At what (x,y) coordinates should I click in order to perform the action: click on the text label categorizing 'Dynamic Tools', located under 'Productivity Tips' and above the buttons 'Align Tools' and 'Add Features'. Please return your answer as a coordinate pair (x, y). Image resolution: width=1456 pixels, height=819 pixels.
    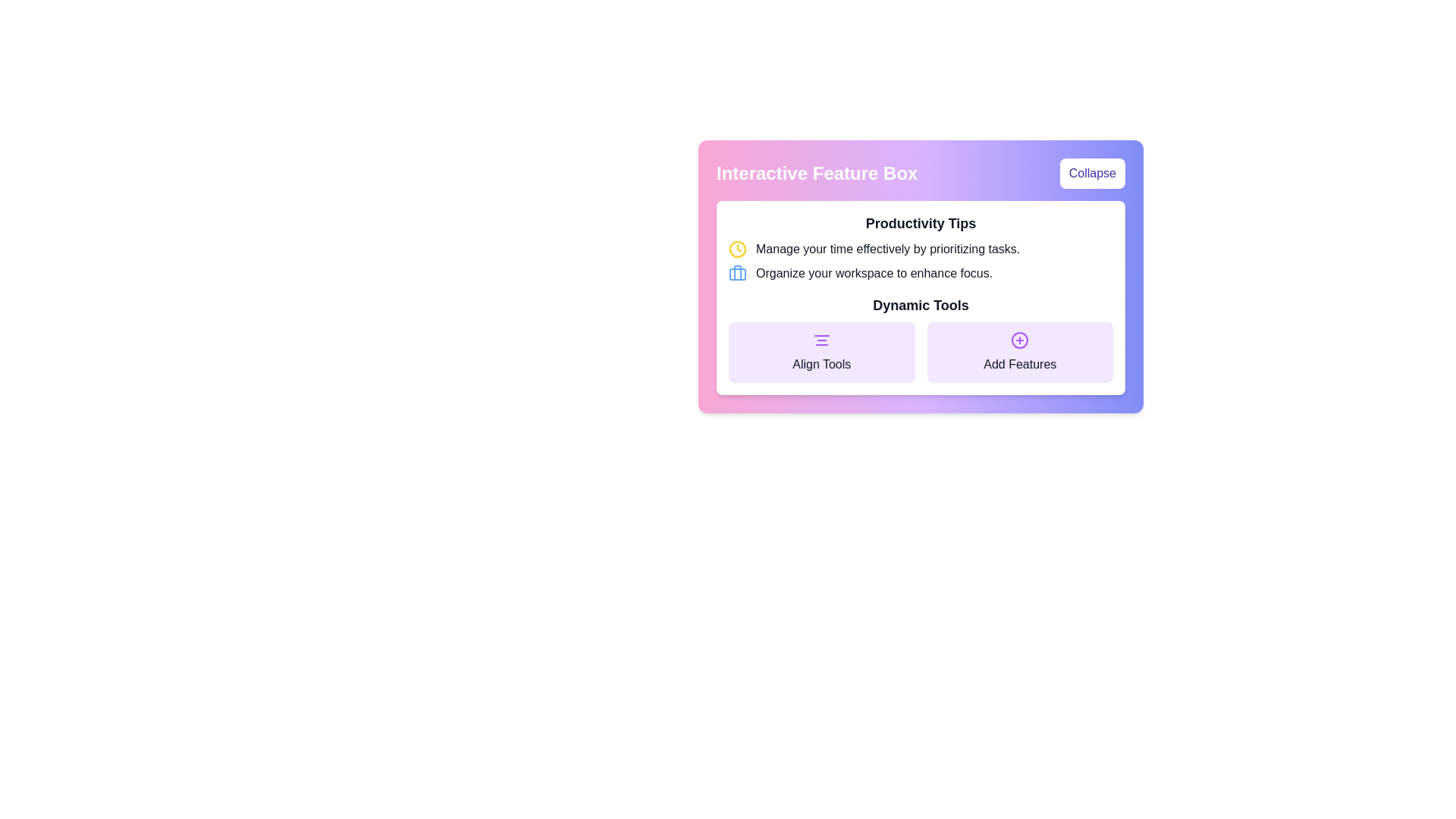
    Looking at the image, I should click on (920, 305).